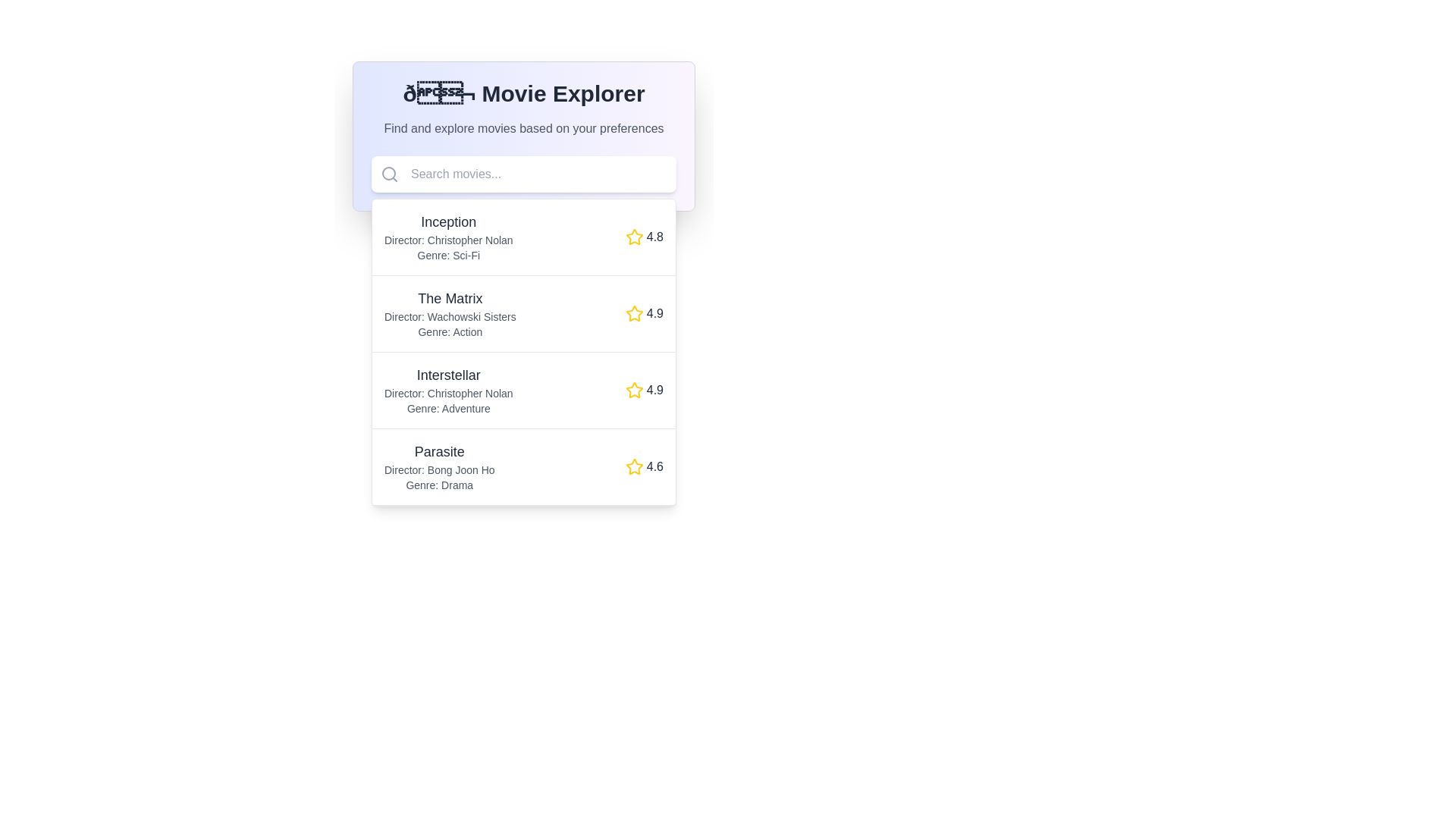 The width and height of the screenshot is (1456, 819). I want to click on the static text displaying the rating '4.9' for the movie 'The Matrix', which is styled with a gray font and located next to a yellow star icon, so click(654, 312).